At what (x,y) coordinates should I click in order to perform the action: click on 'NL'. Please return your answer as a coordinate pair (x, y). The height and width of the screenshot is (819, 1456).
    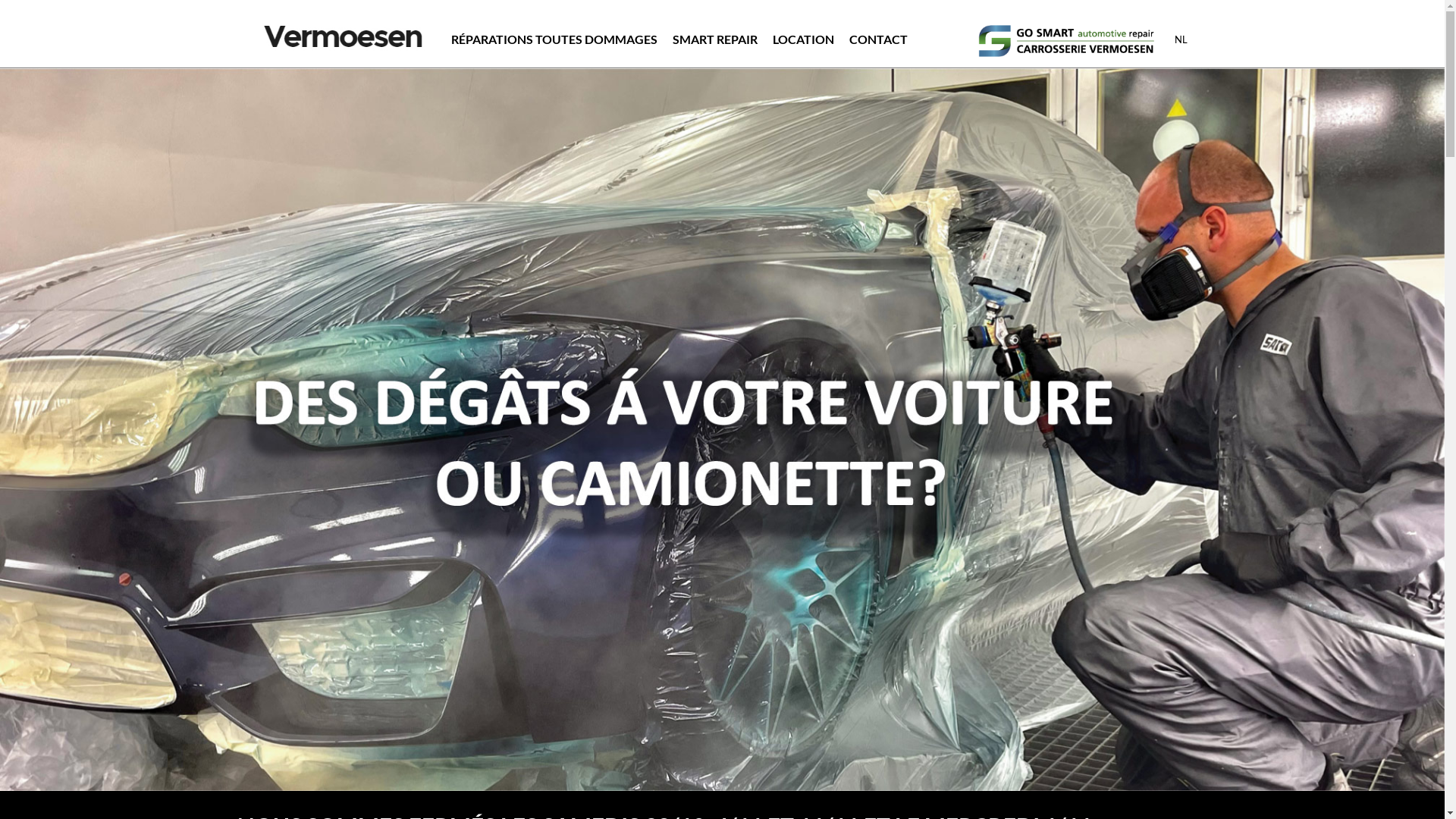
    Looking at the image, I should click on (1180, 38).